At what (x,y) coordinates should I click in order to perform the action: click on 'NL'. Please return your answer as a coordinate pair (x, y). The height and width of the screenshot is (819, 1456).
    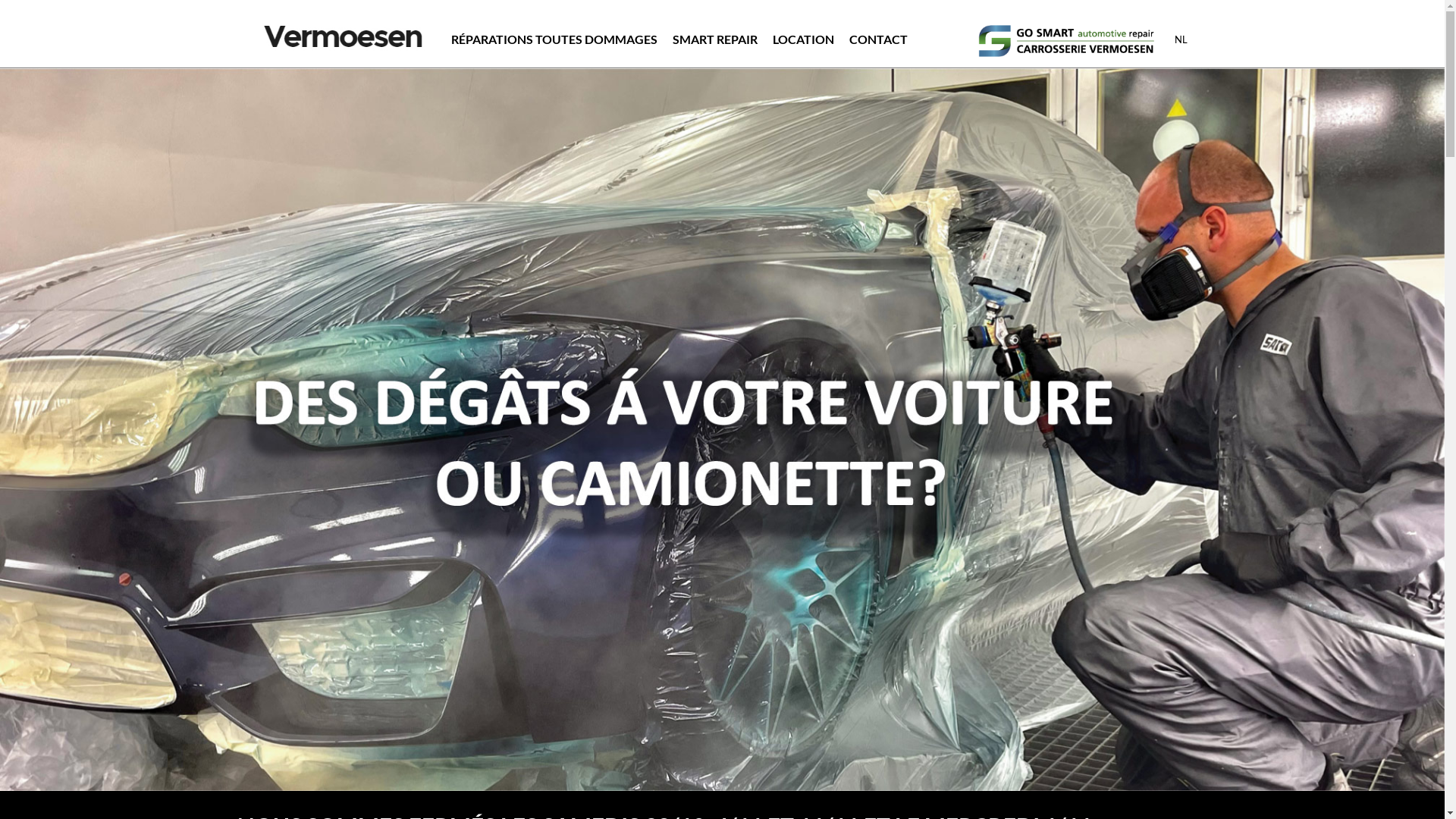
    Looking at the image, I should click on (1180, 38).